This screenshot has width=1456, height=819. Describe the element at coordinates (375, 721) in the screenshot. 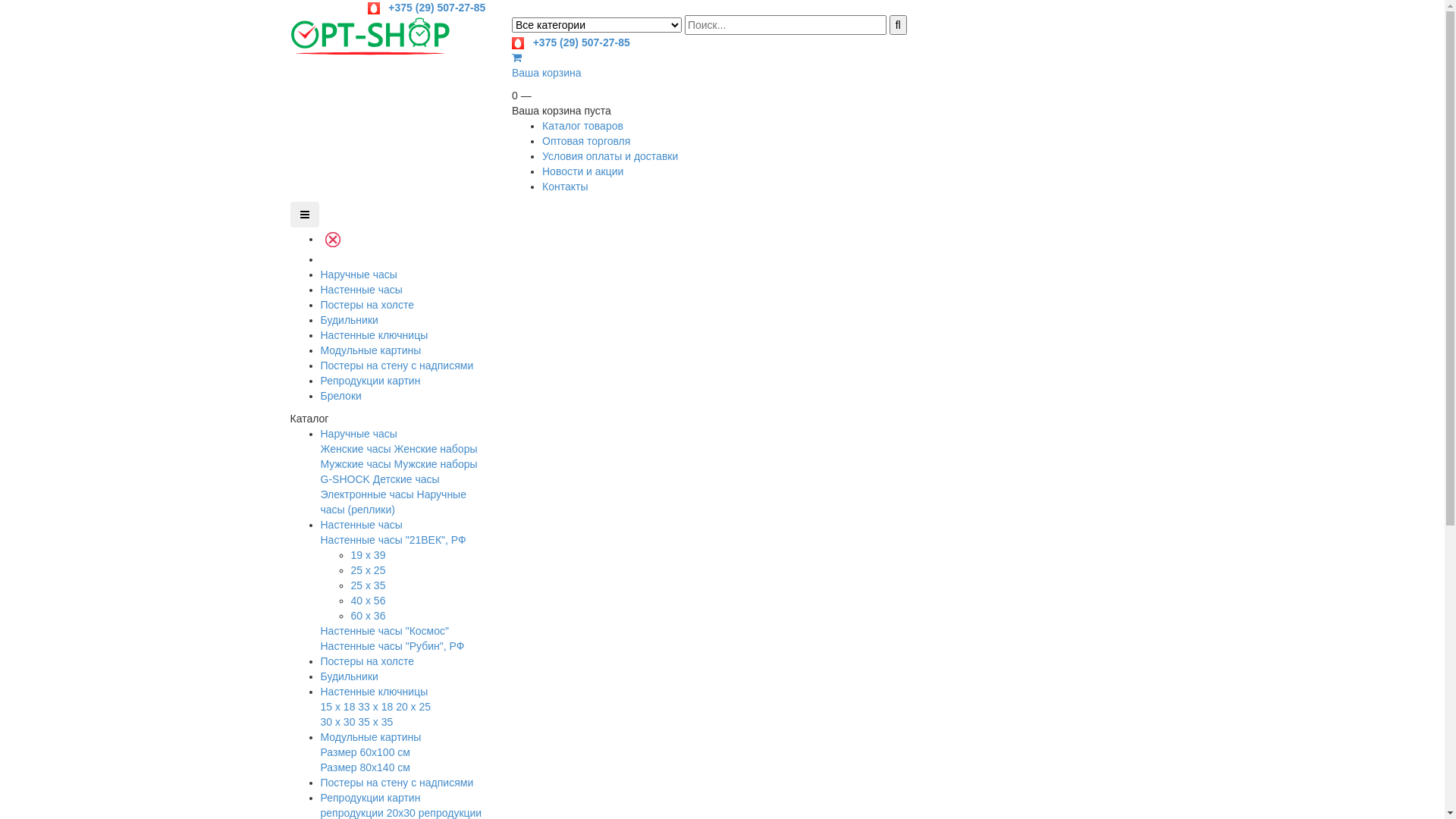

I see `'35 x 35'` at that location.